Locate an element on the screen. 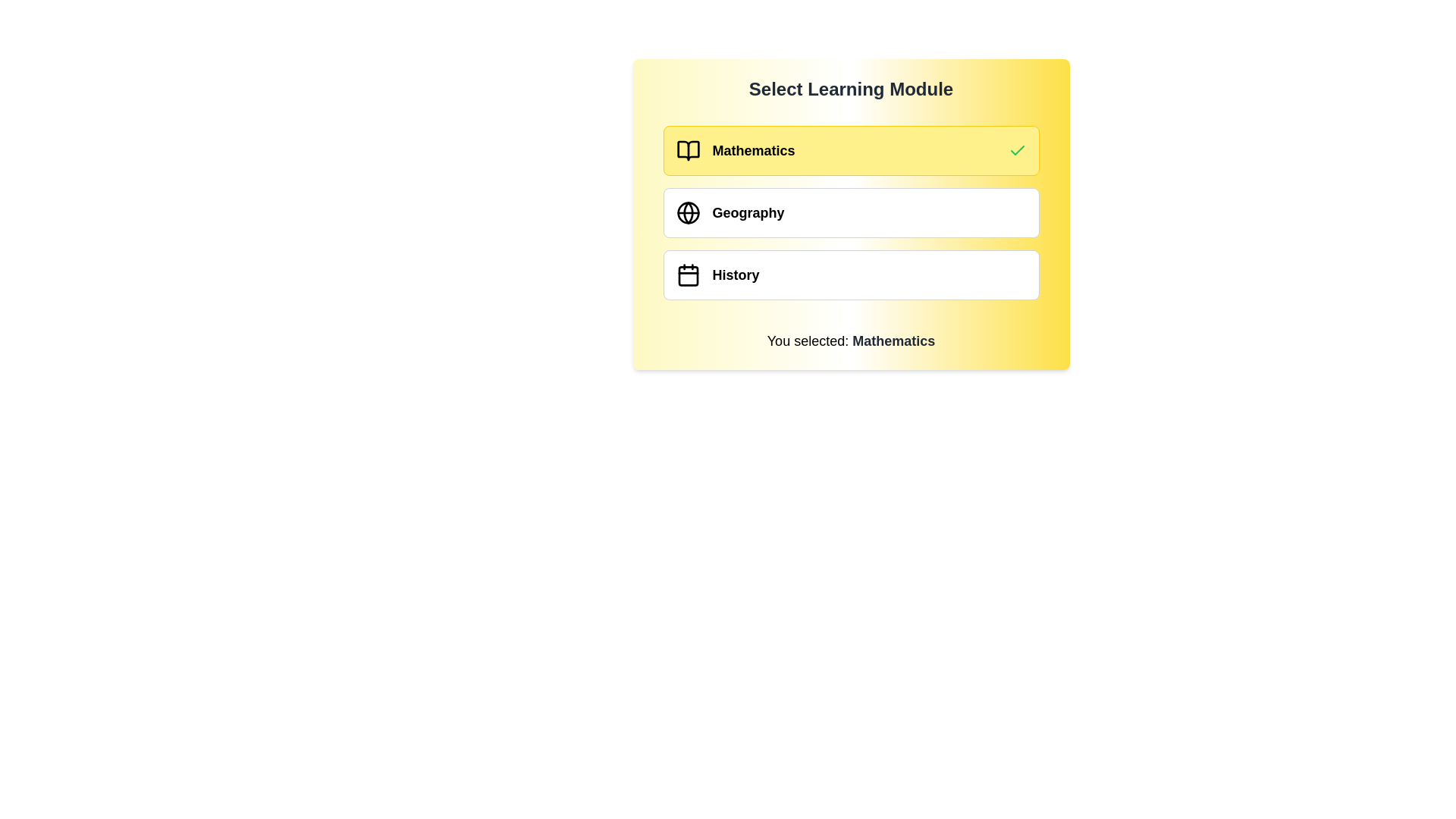  the outlined calendar icon, which is a non-interactive decorative element located at the far left of the 'History' list item in the UI is located at coordinates (687, 275).